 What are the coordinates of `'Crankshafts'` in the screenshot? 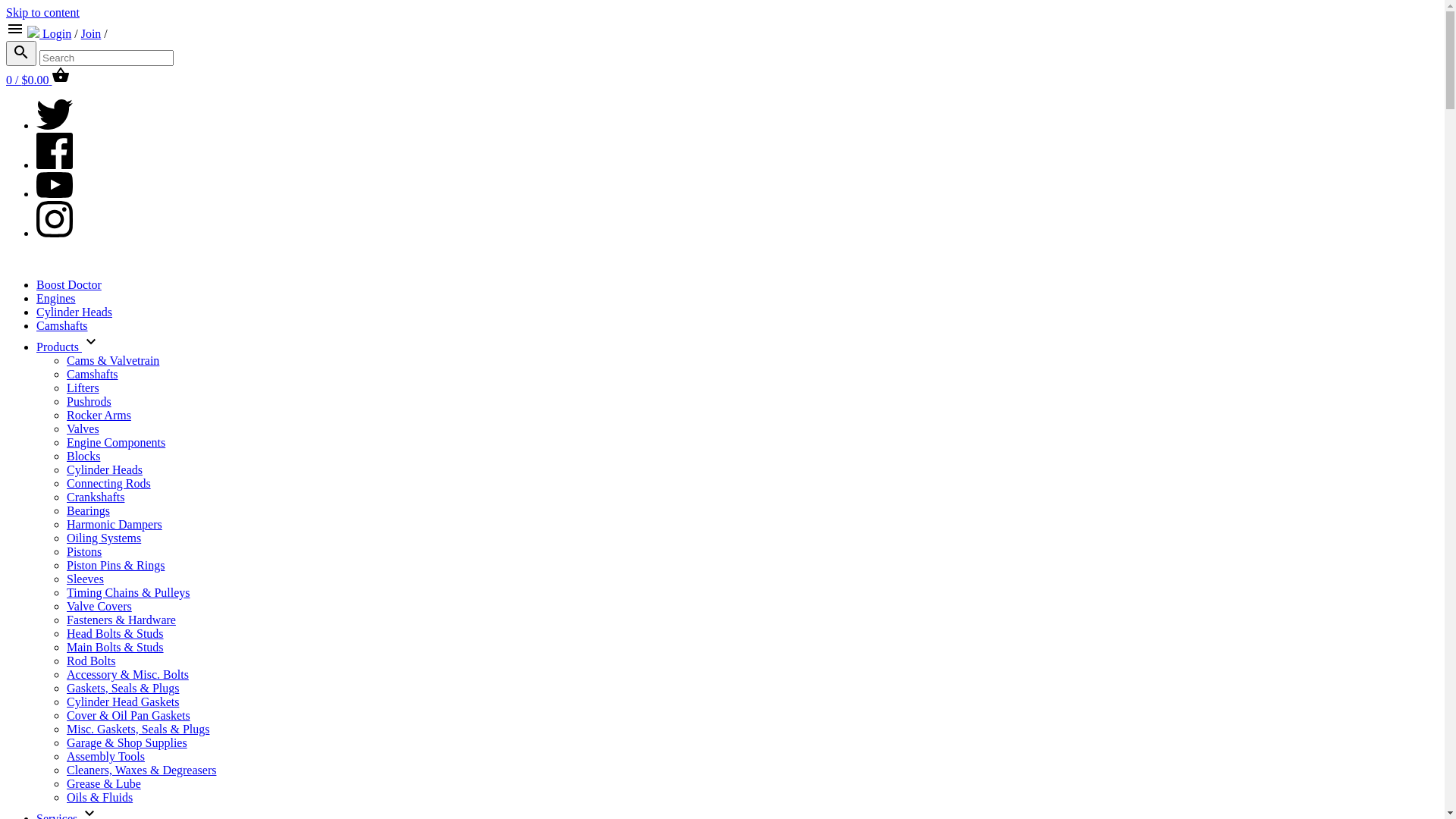 It's located at (94, 497).